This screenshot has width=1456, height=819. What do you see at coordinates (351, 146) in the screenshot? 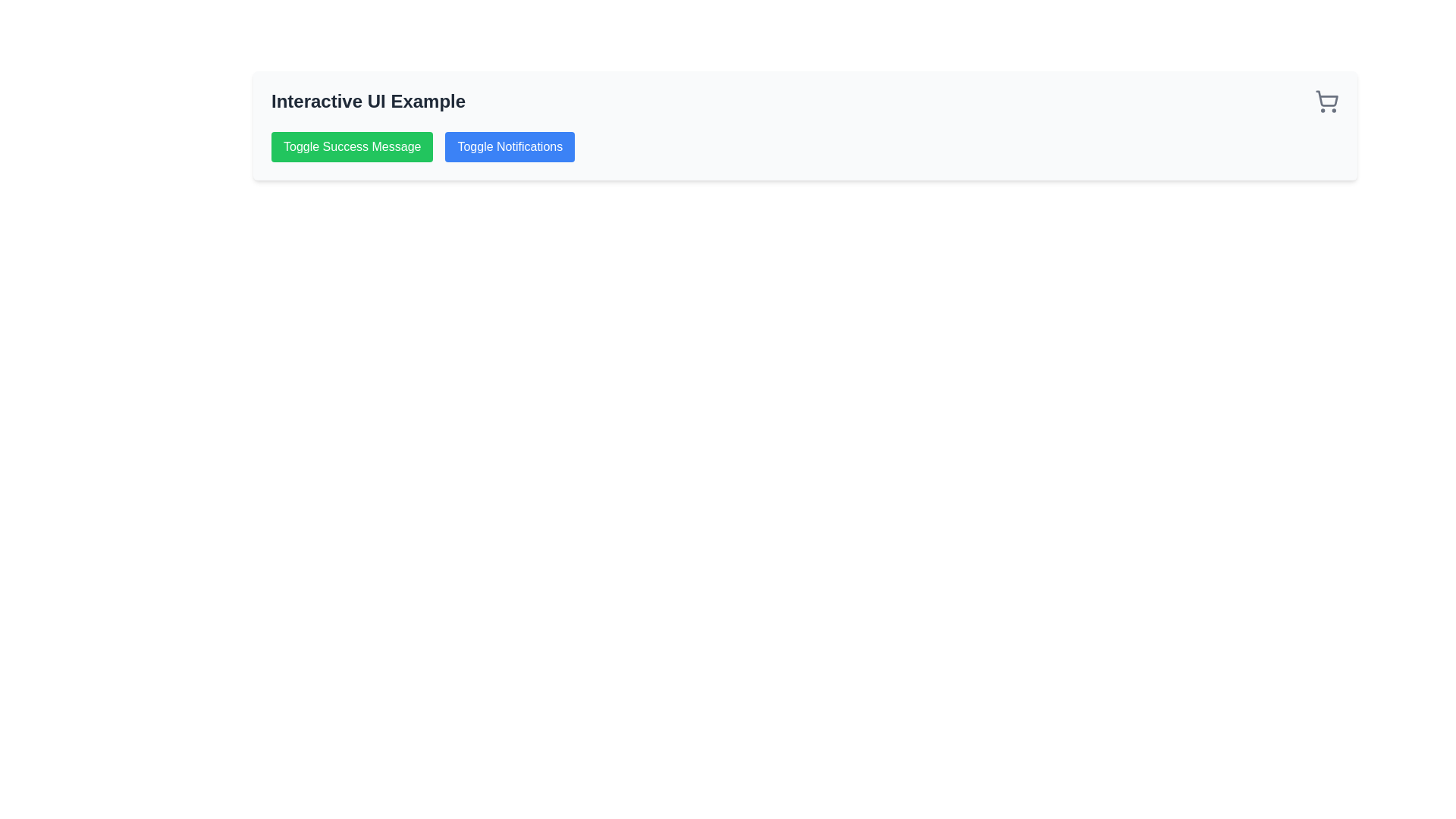
I see `the green button labeled 'Toggle Success Message'` at bounding box center [351, 146].